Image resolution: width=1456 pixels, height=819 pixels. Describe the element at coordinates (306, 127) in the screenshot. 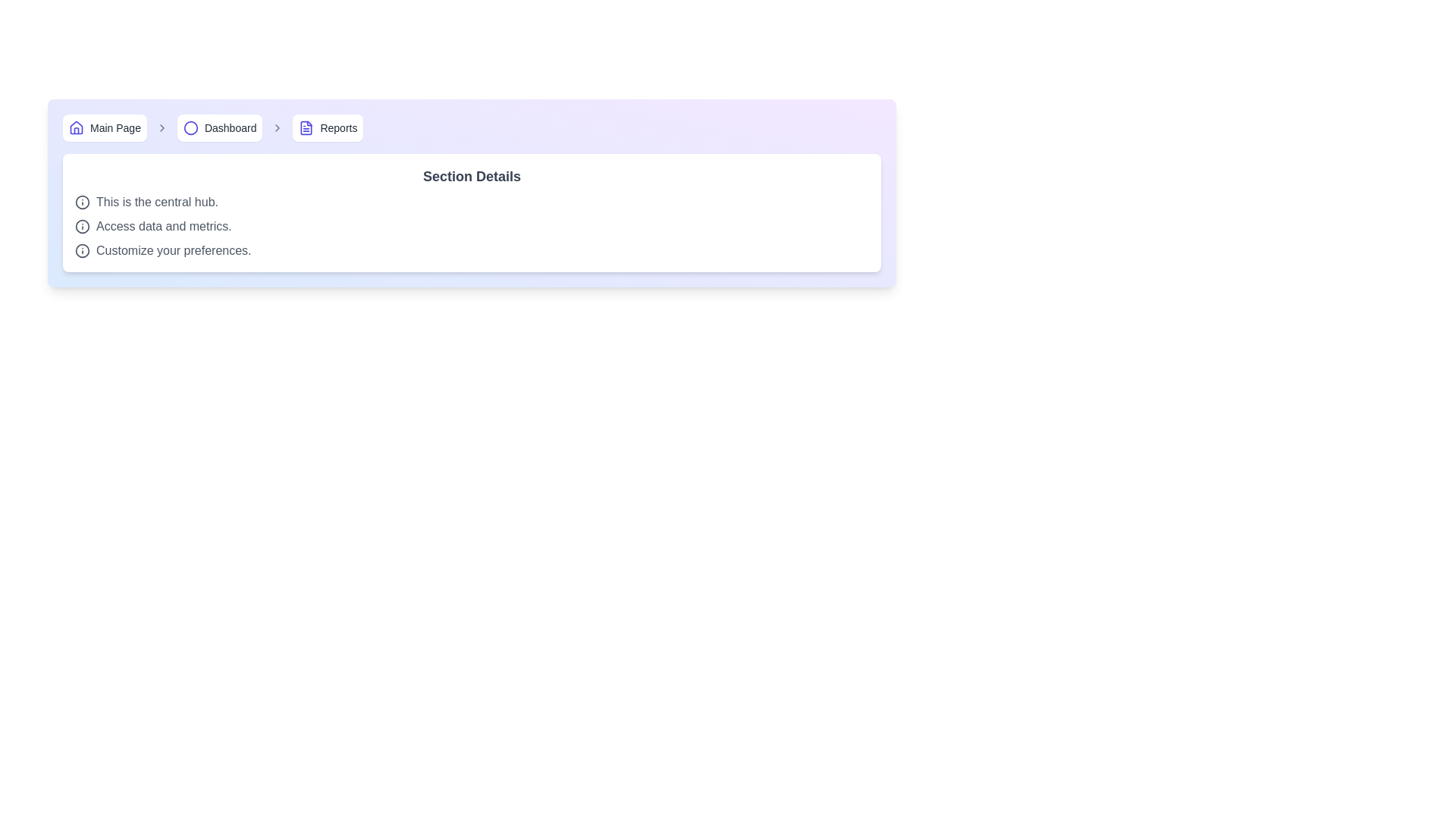

I see `the 'Reports' icon in the breadcrumb navigation for navigation purposes` at that location.